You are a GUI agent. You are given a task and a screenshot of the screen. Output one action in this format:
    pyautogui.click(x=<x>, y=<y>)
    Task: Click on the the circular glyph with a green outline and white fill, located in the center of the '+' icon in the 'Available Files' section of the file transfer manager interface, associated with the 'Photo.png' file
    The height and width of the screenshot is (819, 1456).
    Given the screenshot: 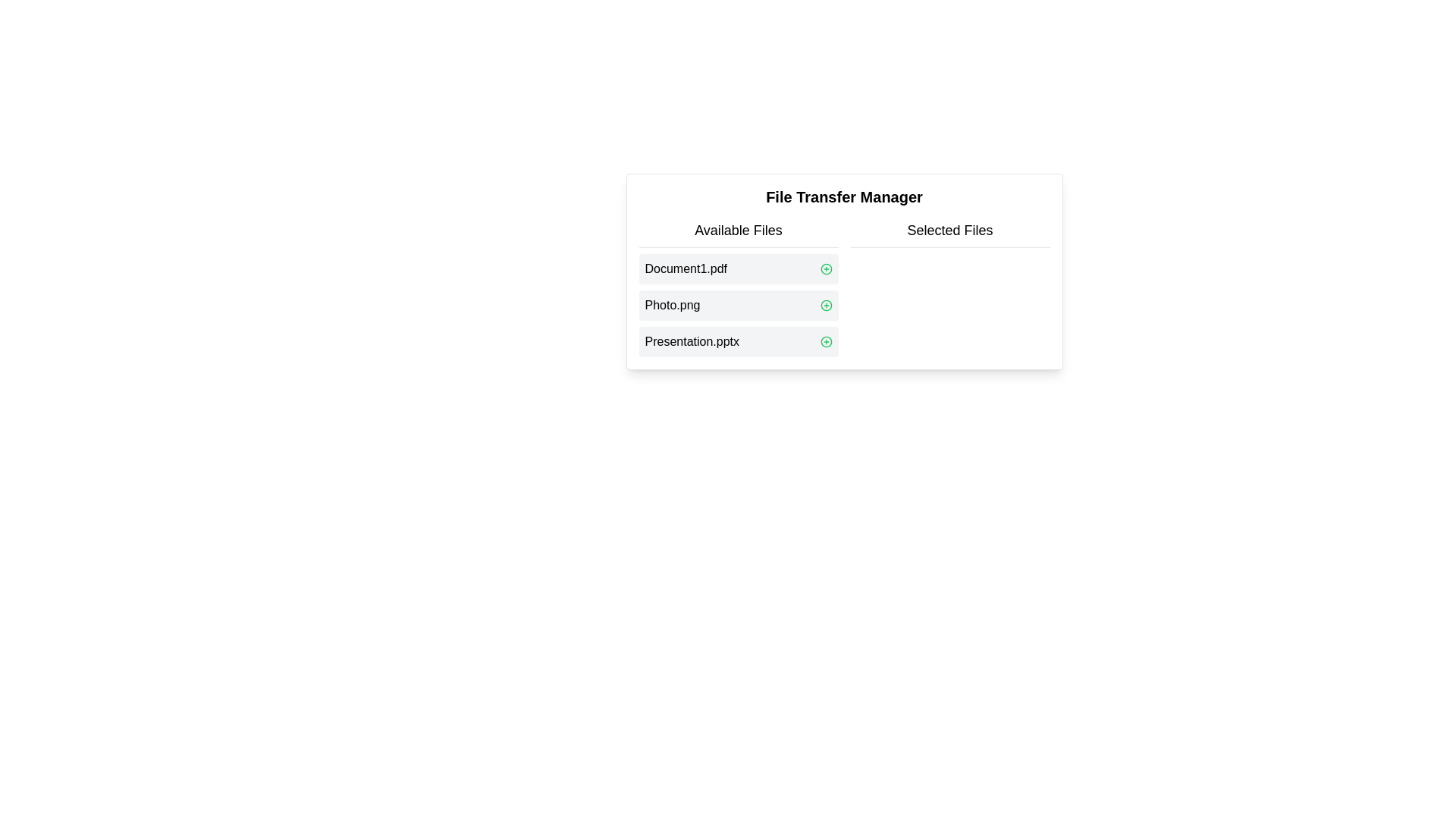 What is the action you would take?
    pyautogui.click(x=825, y=268)
    